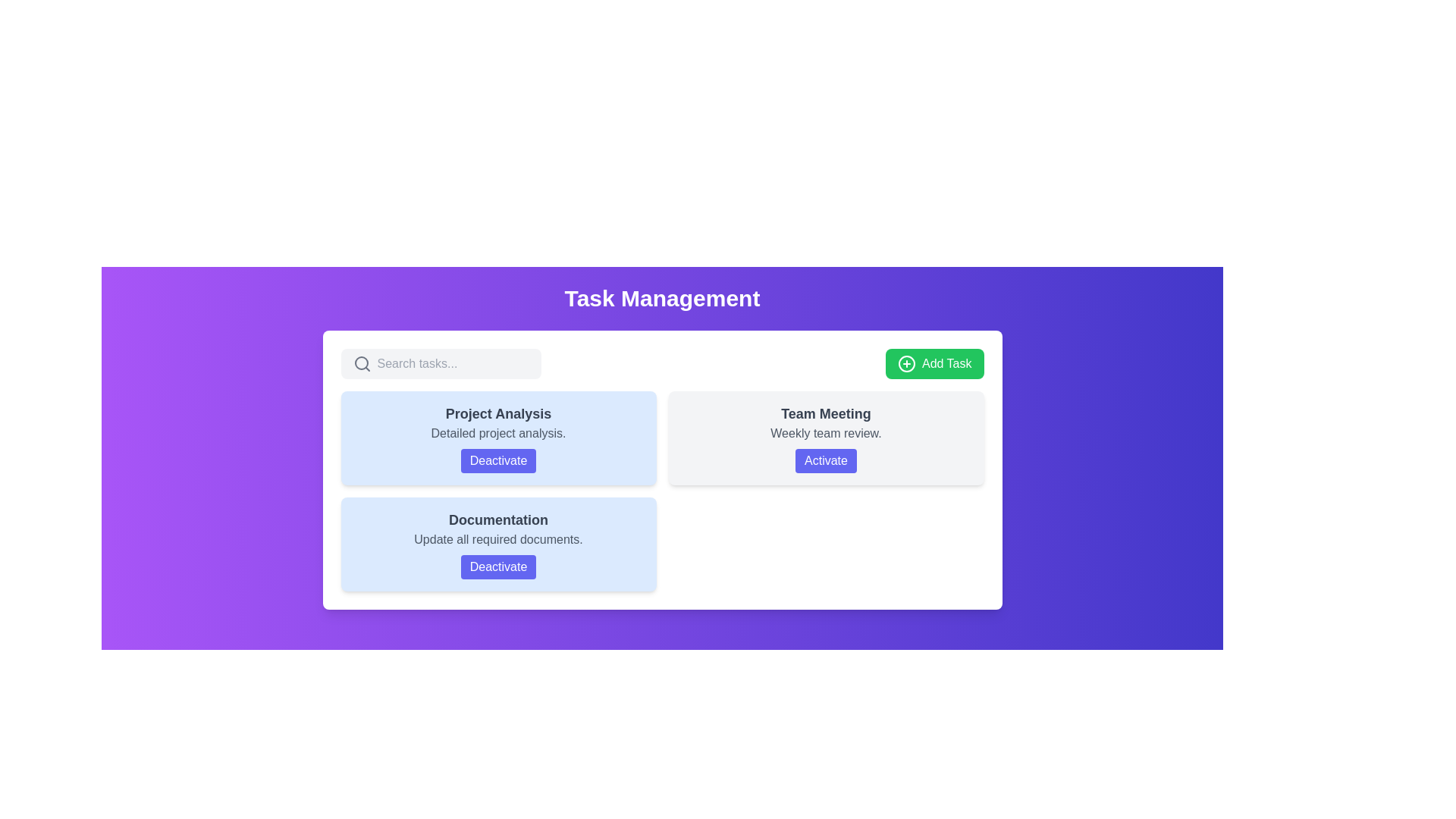 Image resolution: width=1456 pixels, height=819 pixels. What do you see at coordinates (825, 433) in the screenshot?
I see `the static text label 'Weekly team review.' which is styled in gray and positioned below the bold title 'Team Meeting' within the card labeled 'Team Meeting'` at bounding box center [825, 433].